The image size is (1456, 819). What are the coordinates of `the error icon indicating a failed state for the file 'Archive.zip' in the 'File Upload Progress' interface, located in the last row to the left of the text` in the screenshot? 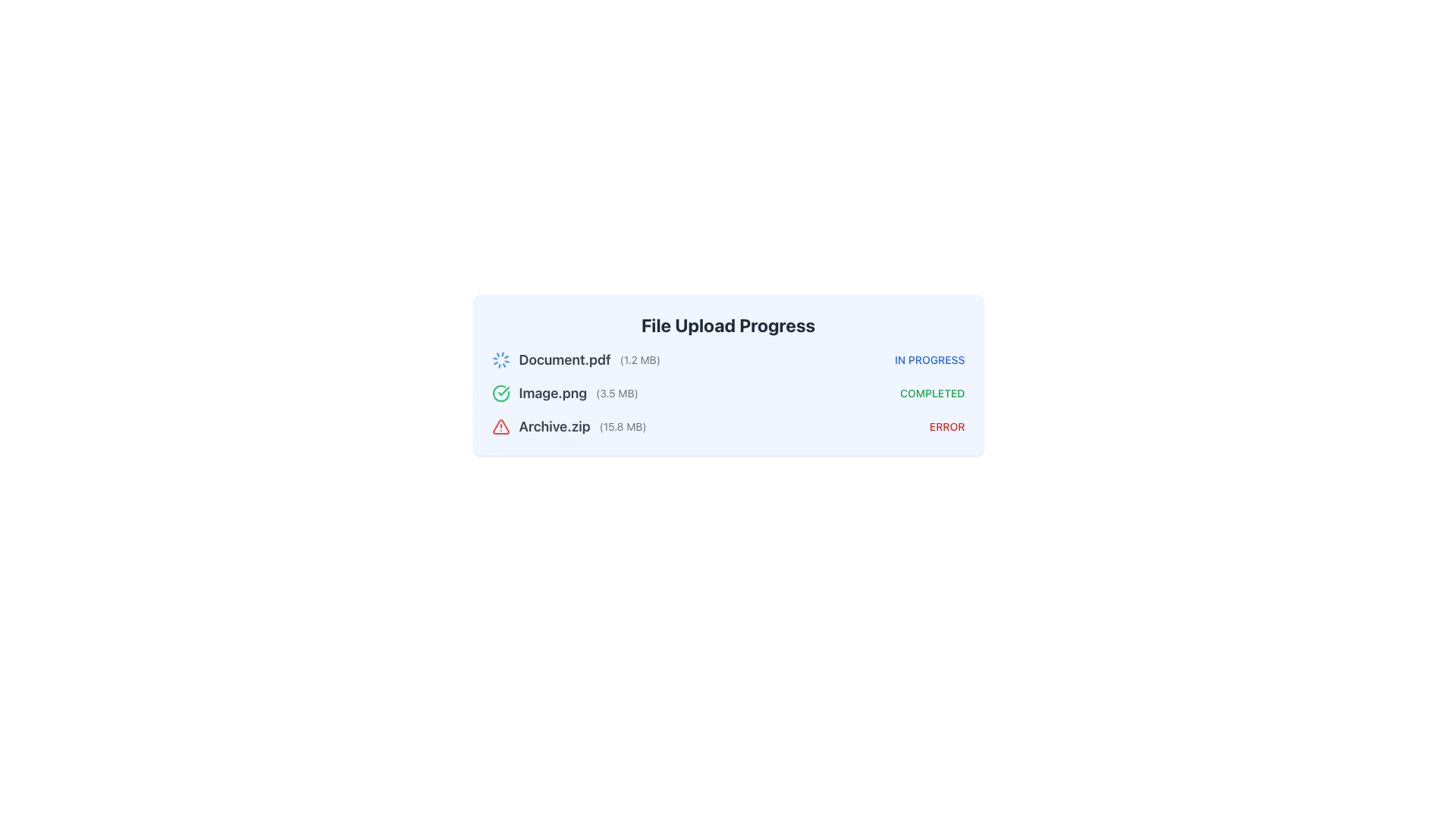 It's located at (500, 427).